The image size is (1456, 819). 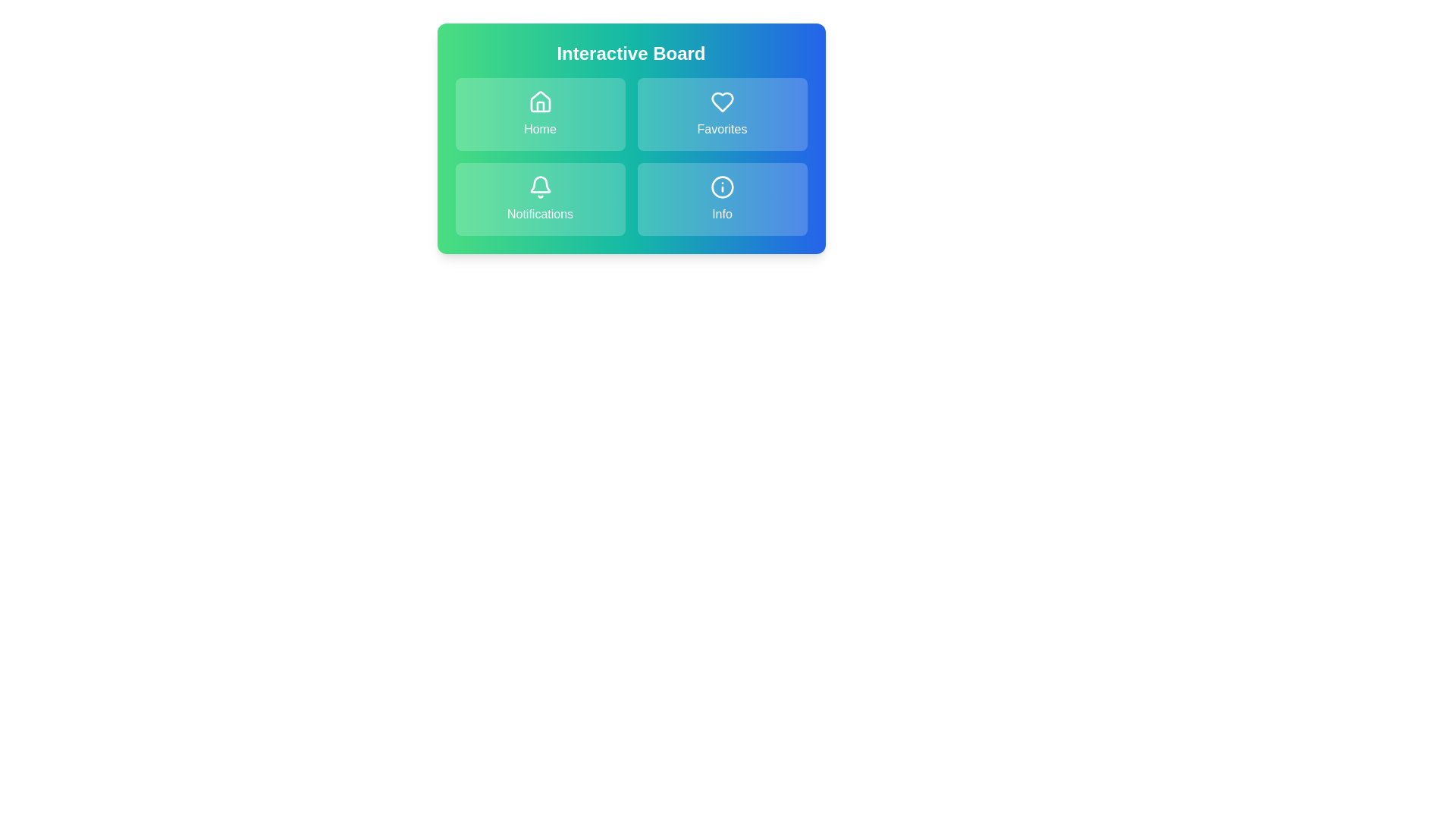 What do you see at coordinates (721, 186) in the screenshot?
I see `the circular icon with an 'i' symbol, located in the 'Info' section of the interface, which is centered above the 'Info' text` at bounding box center [721, 186].